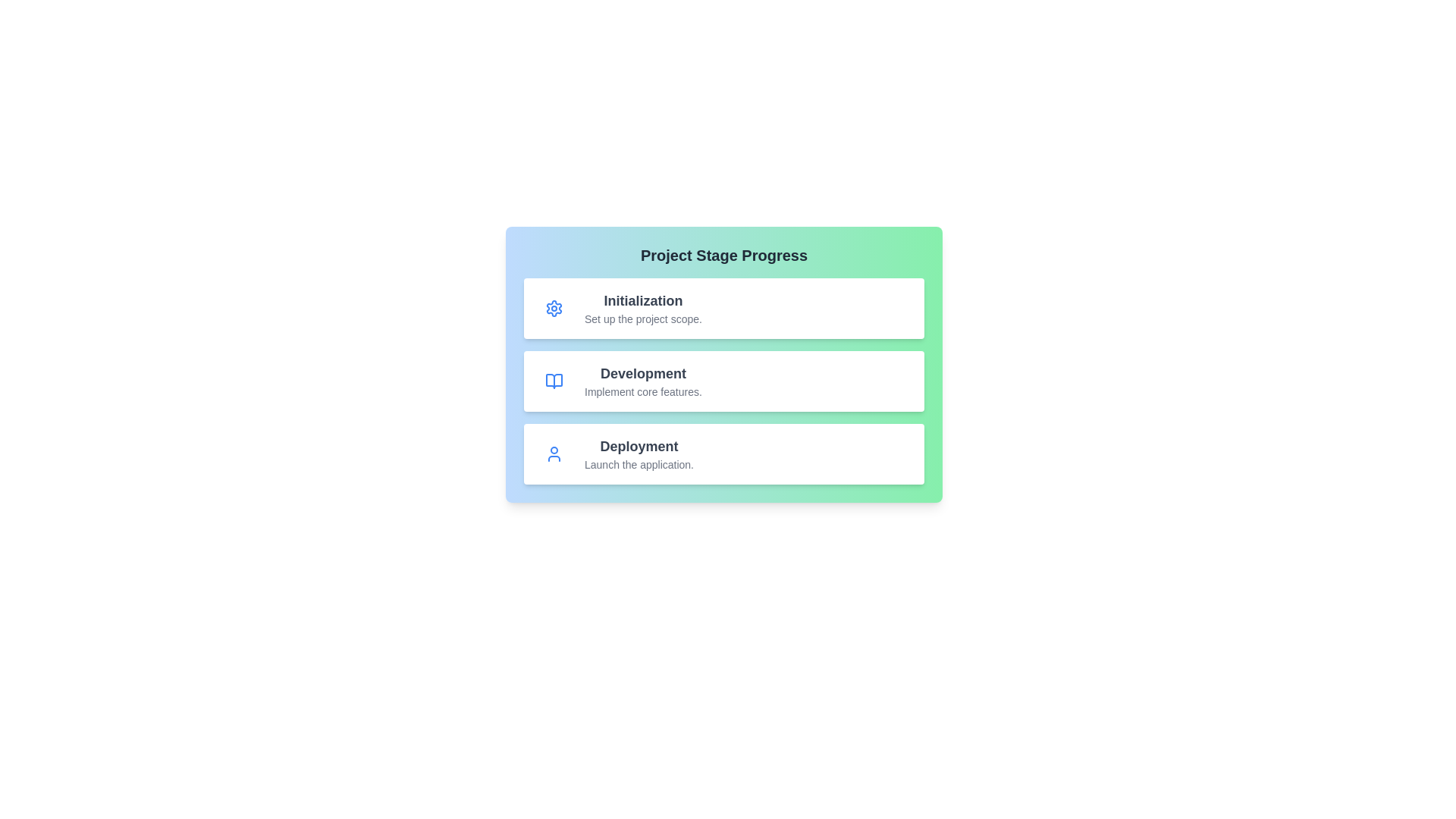  Describe the element at coordinates (723, 380) in the screenshot. I see `information from the second Informational Card in the 'Project Stage Progress' group, which contains the title 'Development' and the description 'Implement core features.'` at that location.